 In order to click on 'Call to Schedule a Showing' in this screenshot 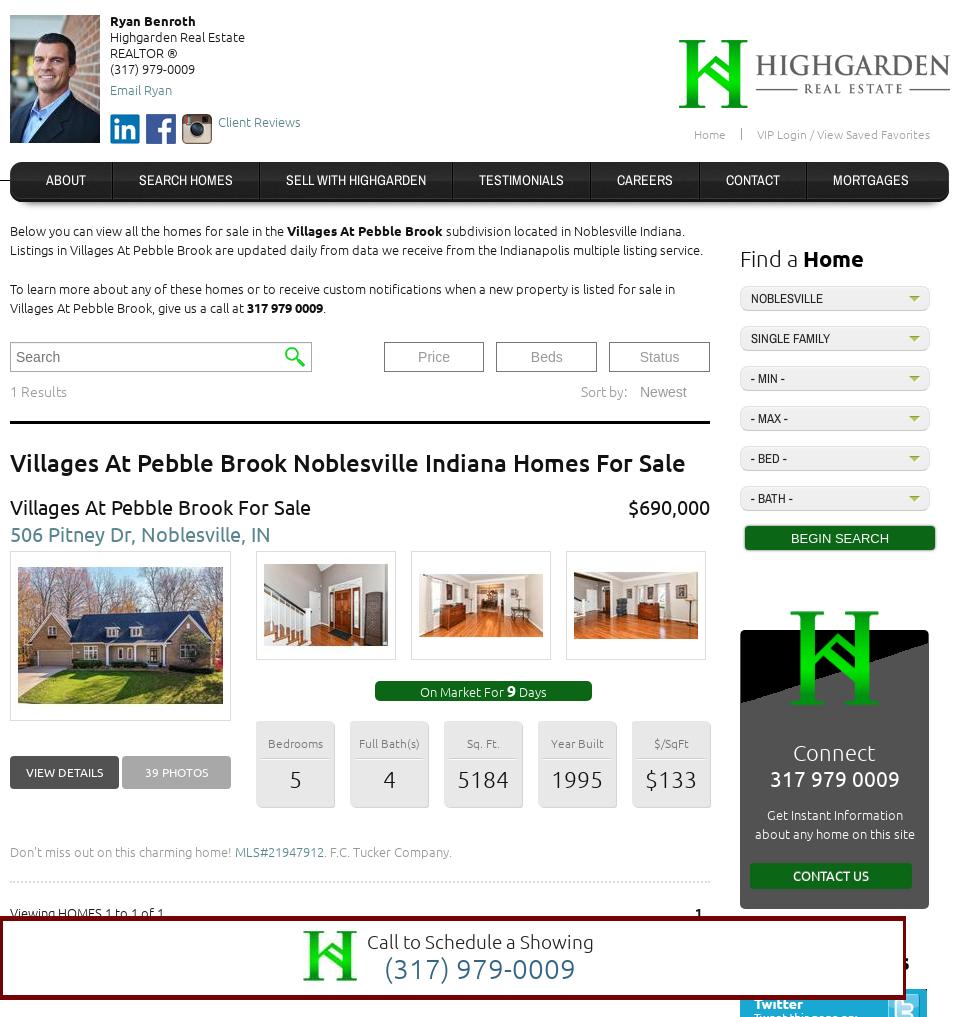, I will do `click(479, 939)`.